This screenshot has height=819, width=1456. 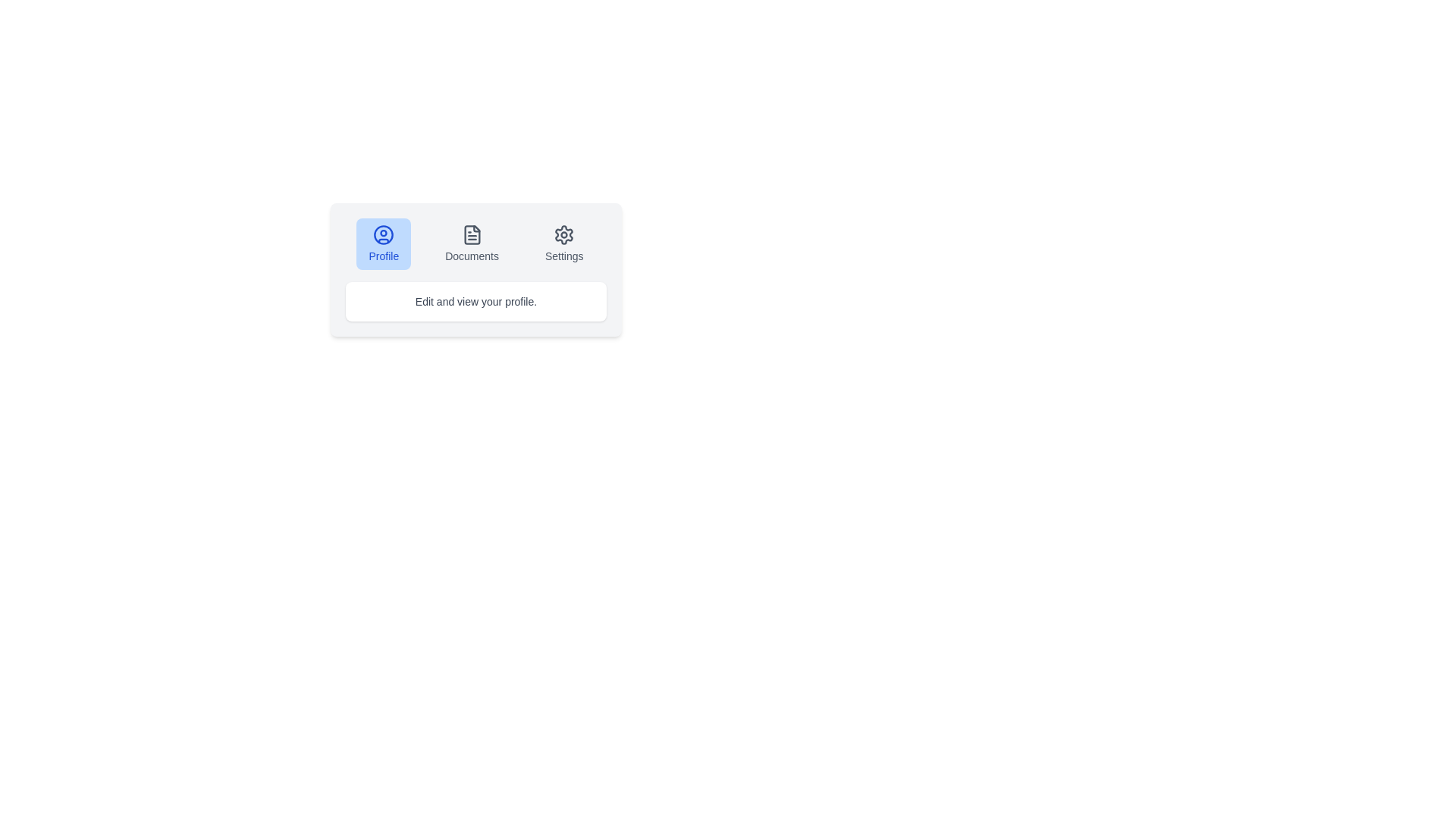 What do you see at coordinates (563, 234) in the screenshot?
I see `the decorative SVG shape that is part of the 'Settings' icon located in the top-right corner of the interface` at bounding box center [563, 234].